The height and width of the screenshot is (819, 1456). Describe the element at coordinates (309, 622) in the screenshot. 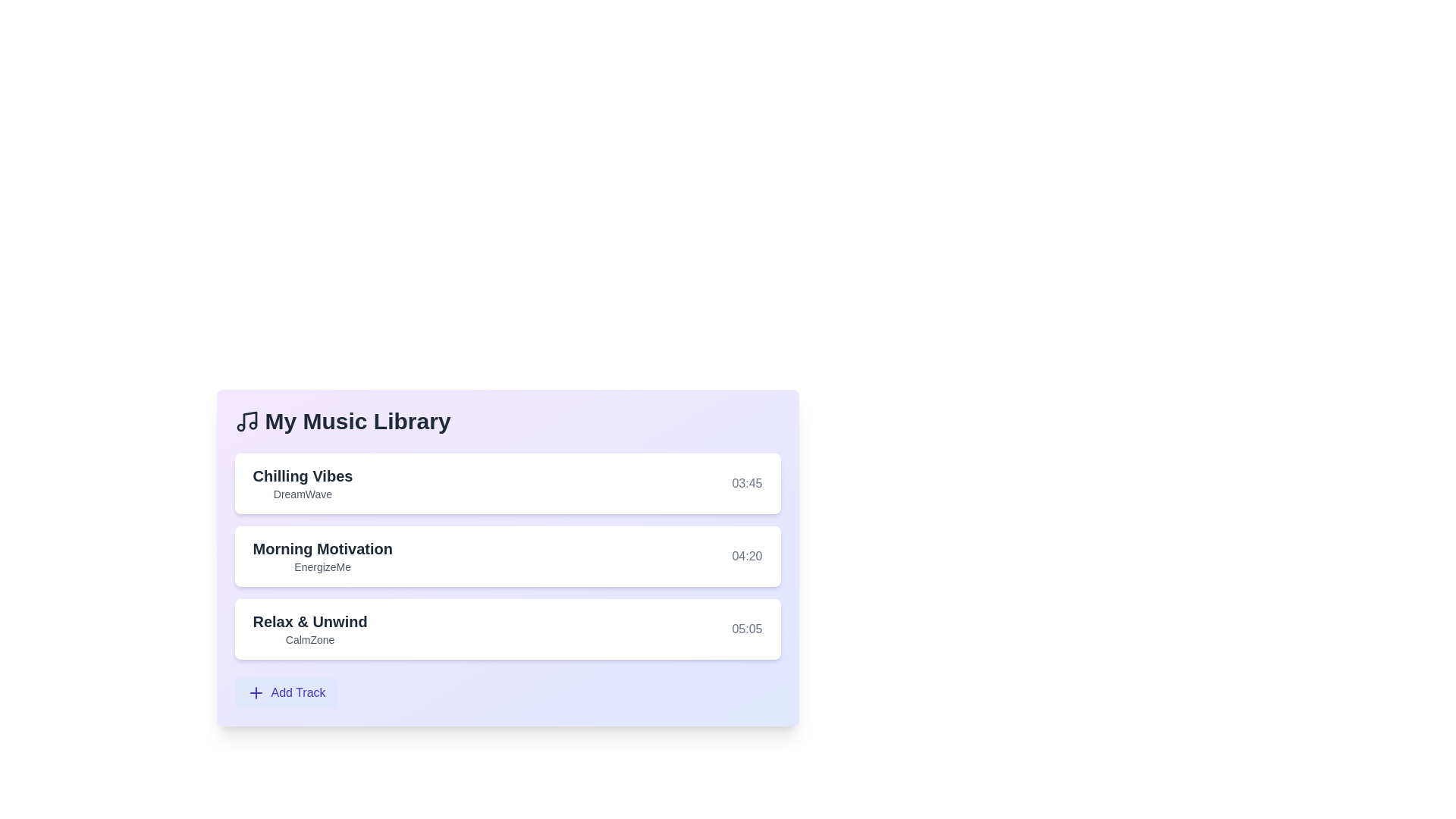

I see `the track titled Relax & Unwind` at that location.